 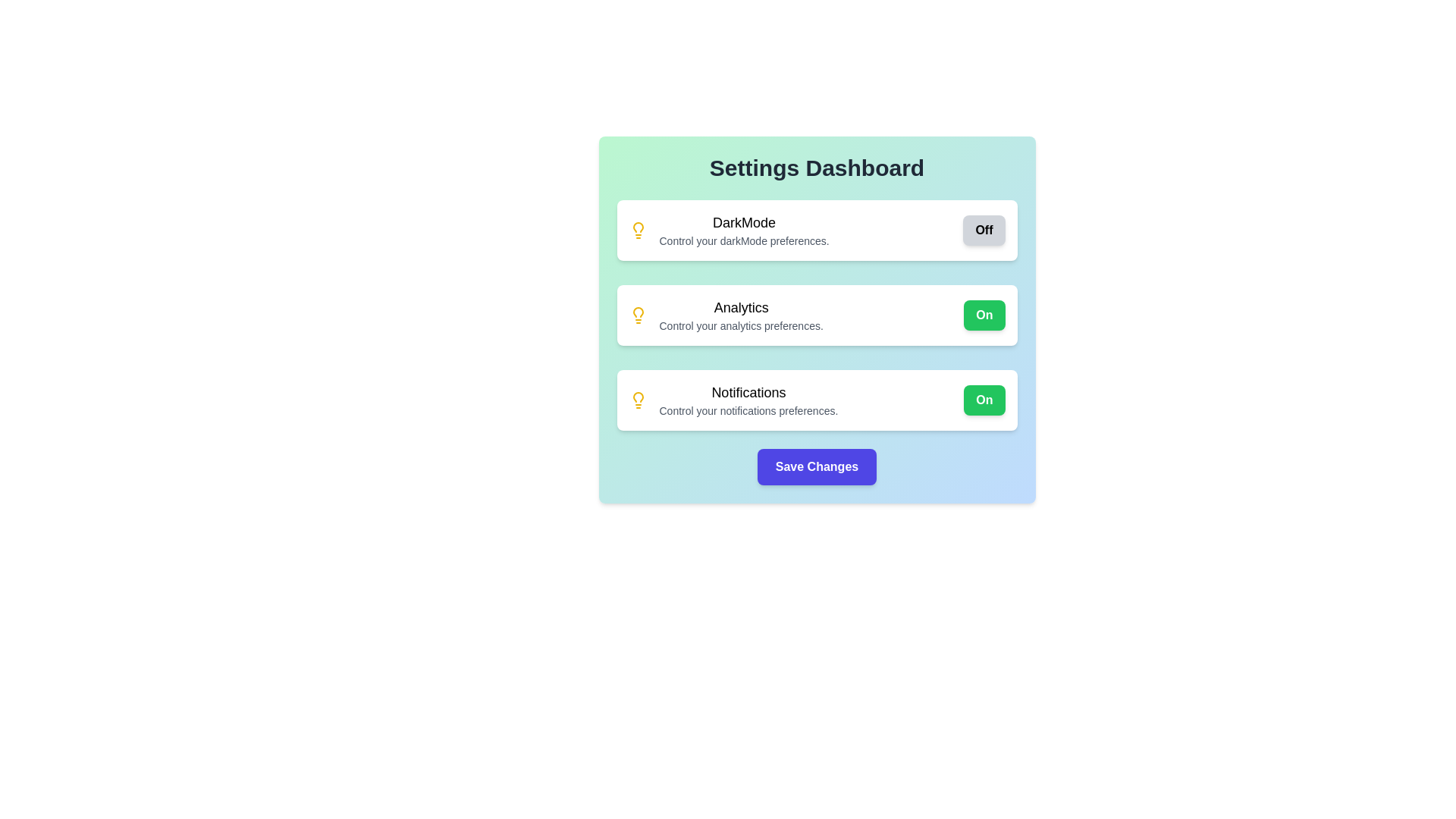 I want to click on 'Save Changes' button to save the current settings, so click(x=816, y=466).